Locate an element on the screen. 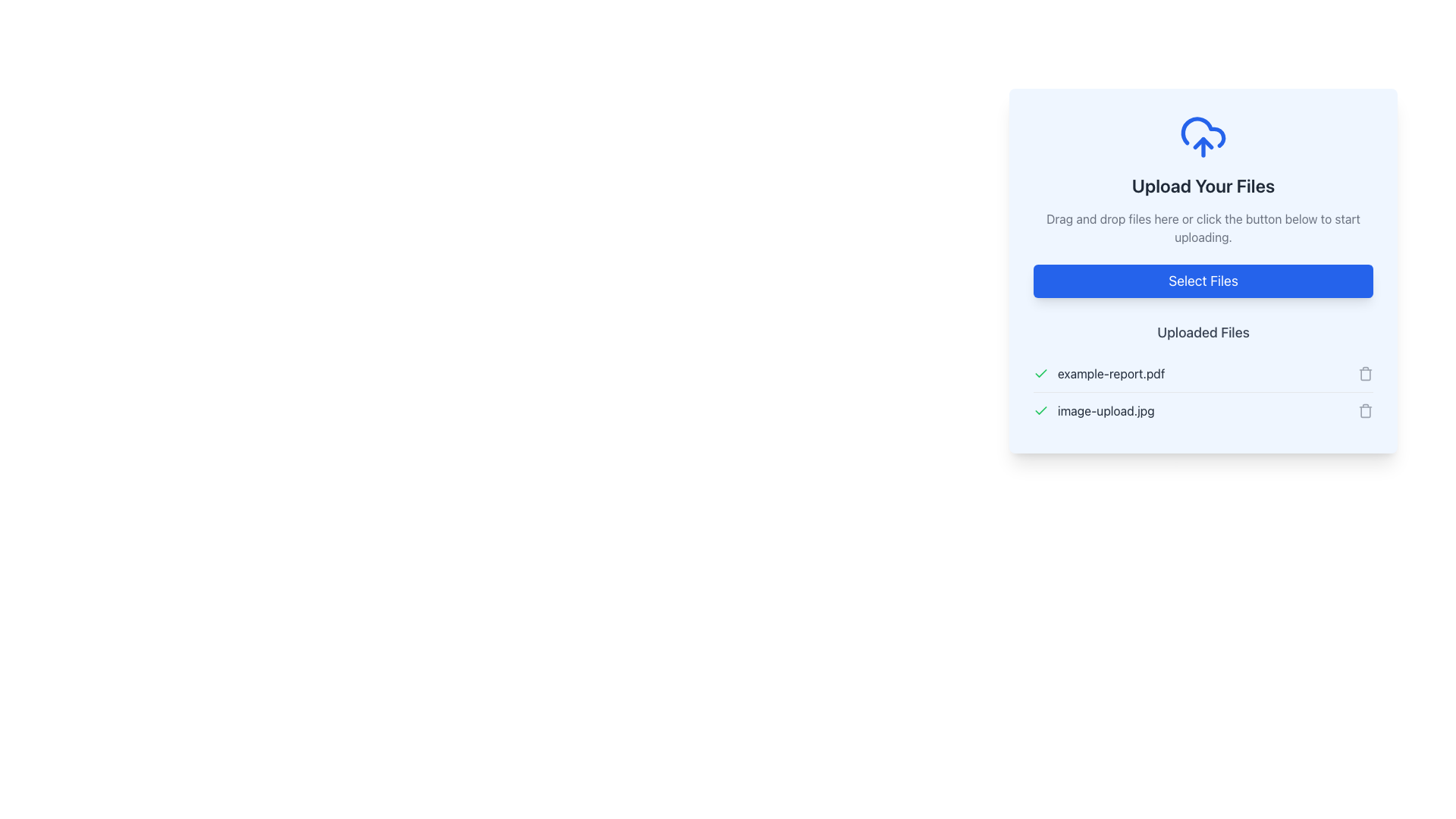 This screenshot has width=1456, height=819. the trash icon located to the far right of the row labeled 'example-report.pdf' in the 'Uploaded Files' list is located at coordinates (1365, 374).